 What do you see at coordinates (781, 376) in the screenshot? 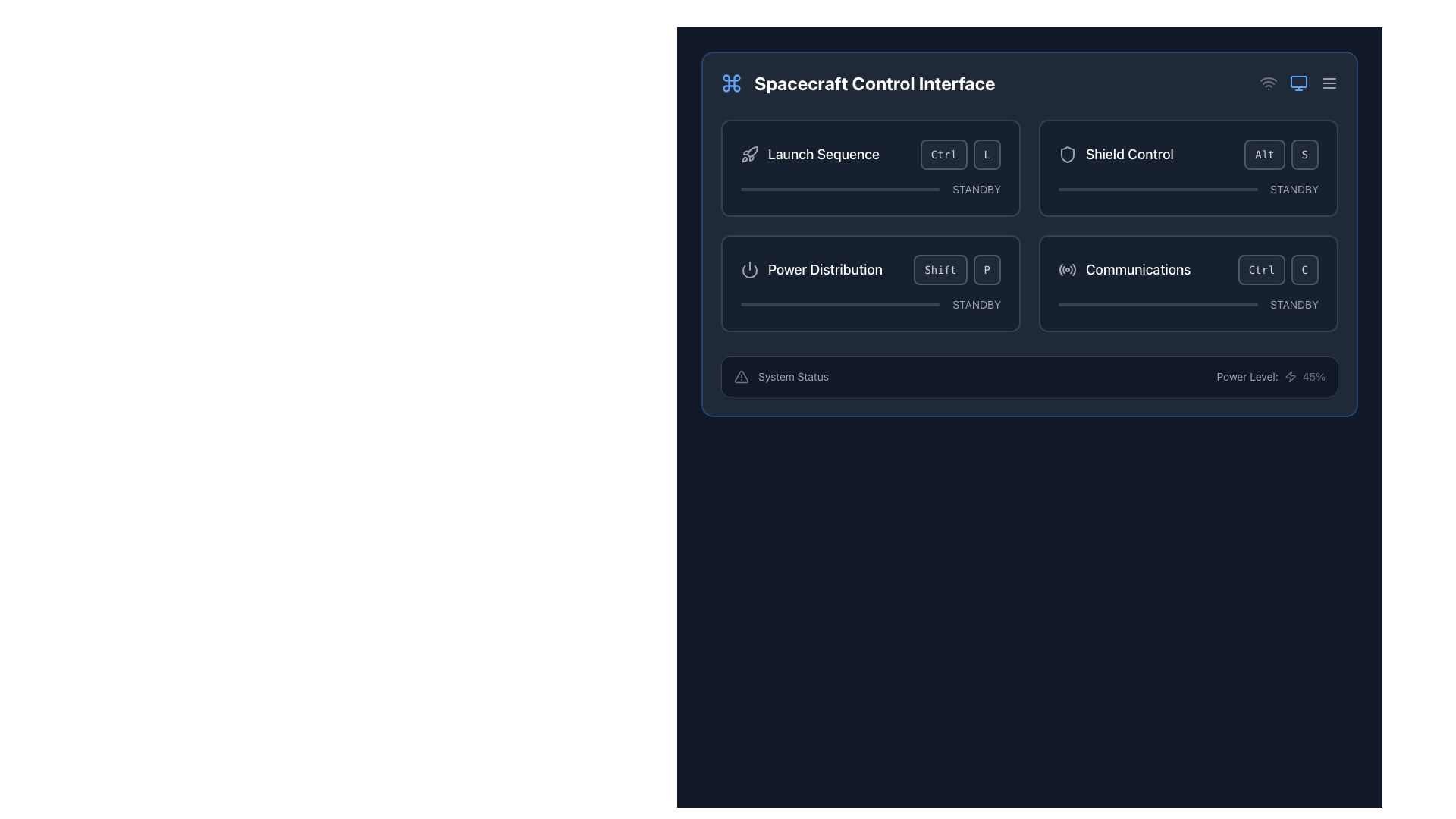
I see `the non-interactive informational label displaying the system's current state or status, which is positioned towards the bottom-left corner of its section` at bounding box center [781, 376].